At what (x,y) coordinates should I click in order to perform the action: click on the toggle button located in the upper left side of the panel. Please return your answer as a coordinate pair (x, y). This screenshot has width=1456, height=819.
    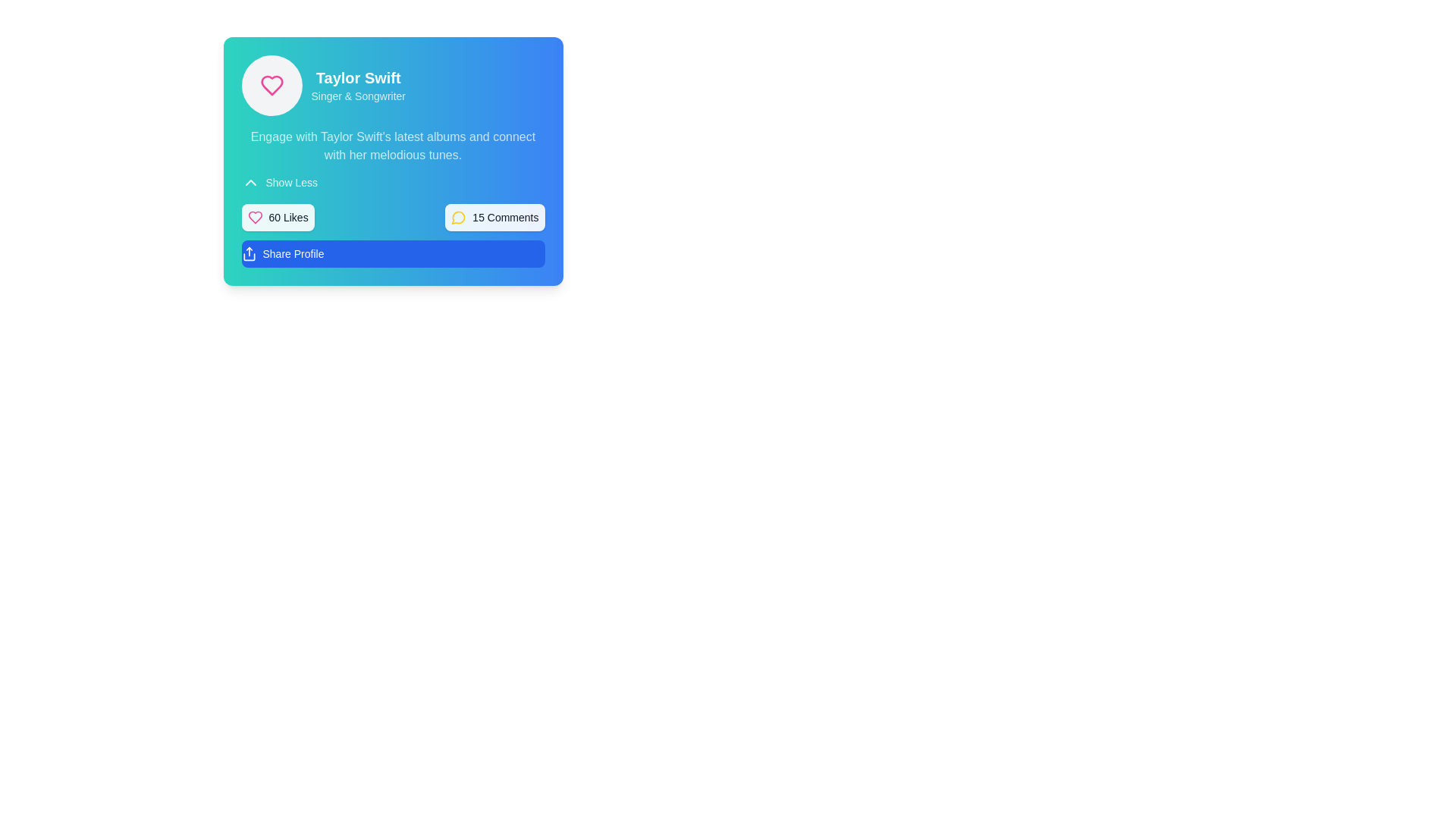
    Looking at the image, I should click on (291, 181).